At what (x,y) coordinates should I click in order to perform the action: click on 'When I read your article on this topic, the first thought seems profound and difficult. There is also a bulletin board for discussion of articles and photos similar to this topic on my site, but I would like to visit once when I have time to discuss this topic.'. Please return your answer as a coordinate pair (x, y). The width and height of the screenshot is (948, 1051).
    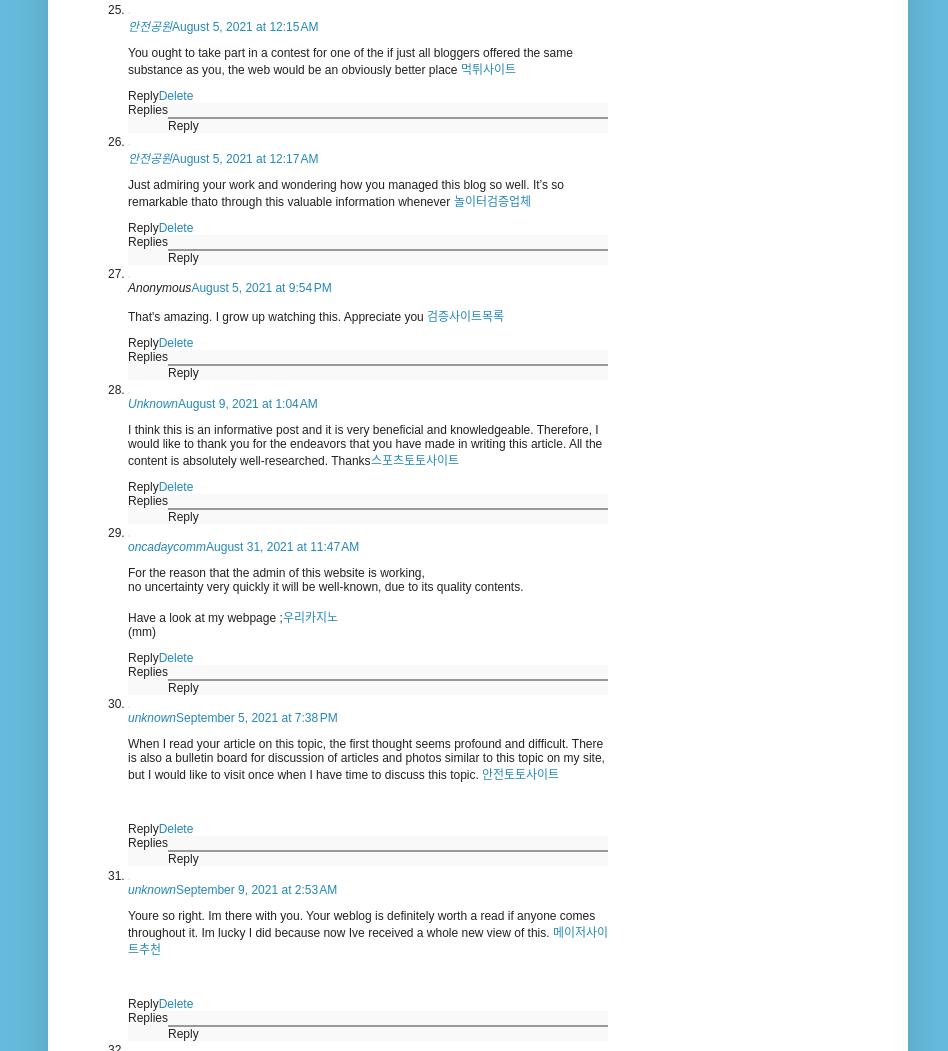
    Looking at the image, I should click on (365, 759).